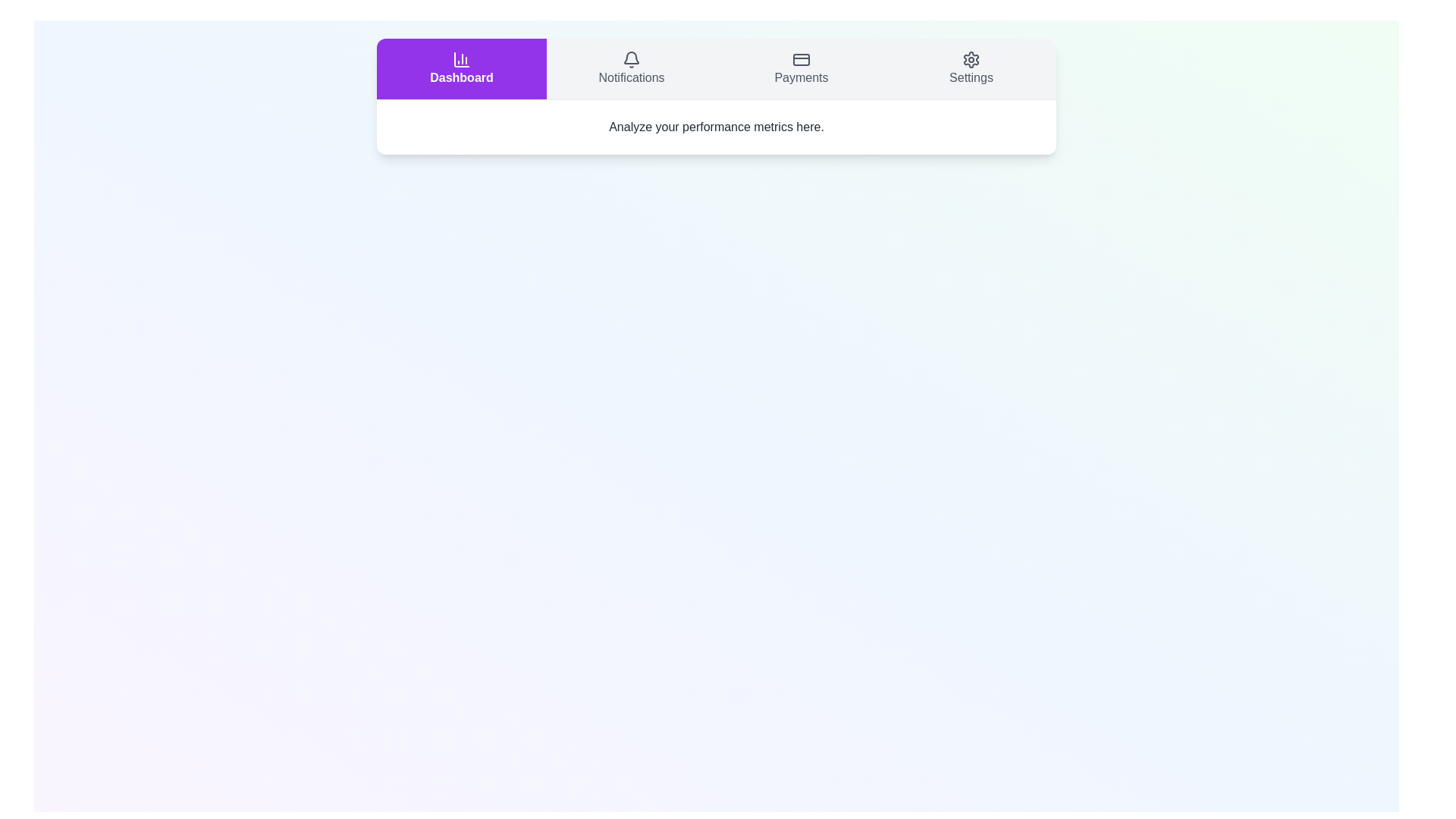 The image size is (1456, 819). Describe the element at coordinates (800, 69) in the screenshot. I see `the Payments tab to select it` at that location.